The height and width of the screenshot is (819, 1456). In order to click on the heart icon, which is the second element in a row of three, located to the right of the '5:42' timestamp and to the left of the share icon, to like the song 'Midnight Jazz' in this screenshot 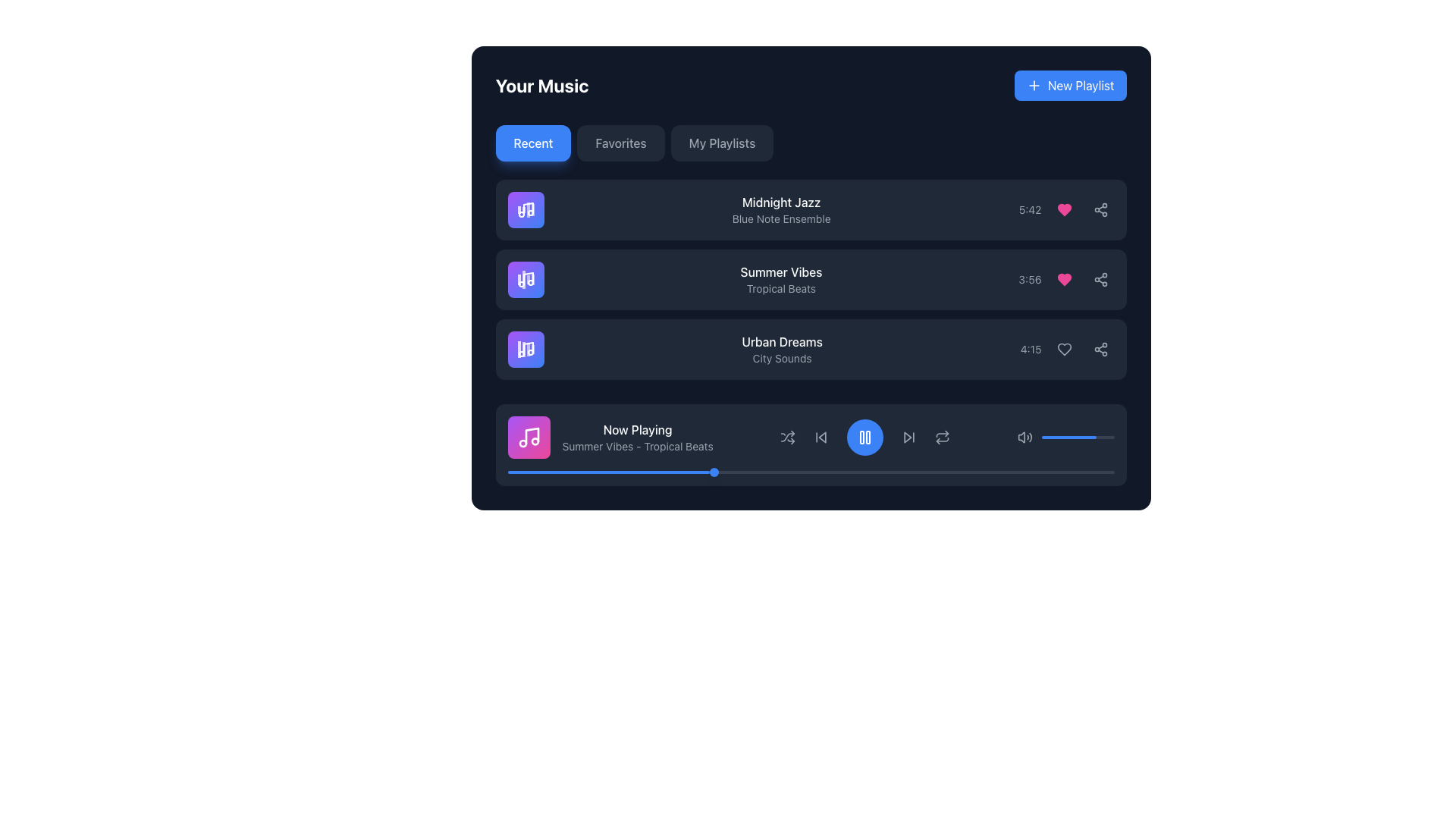, I will do `click(1065, 210)`.